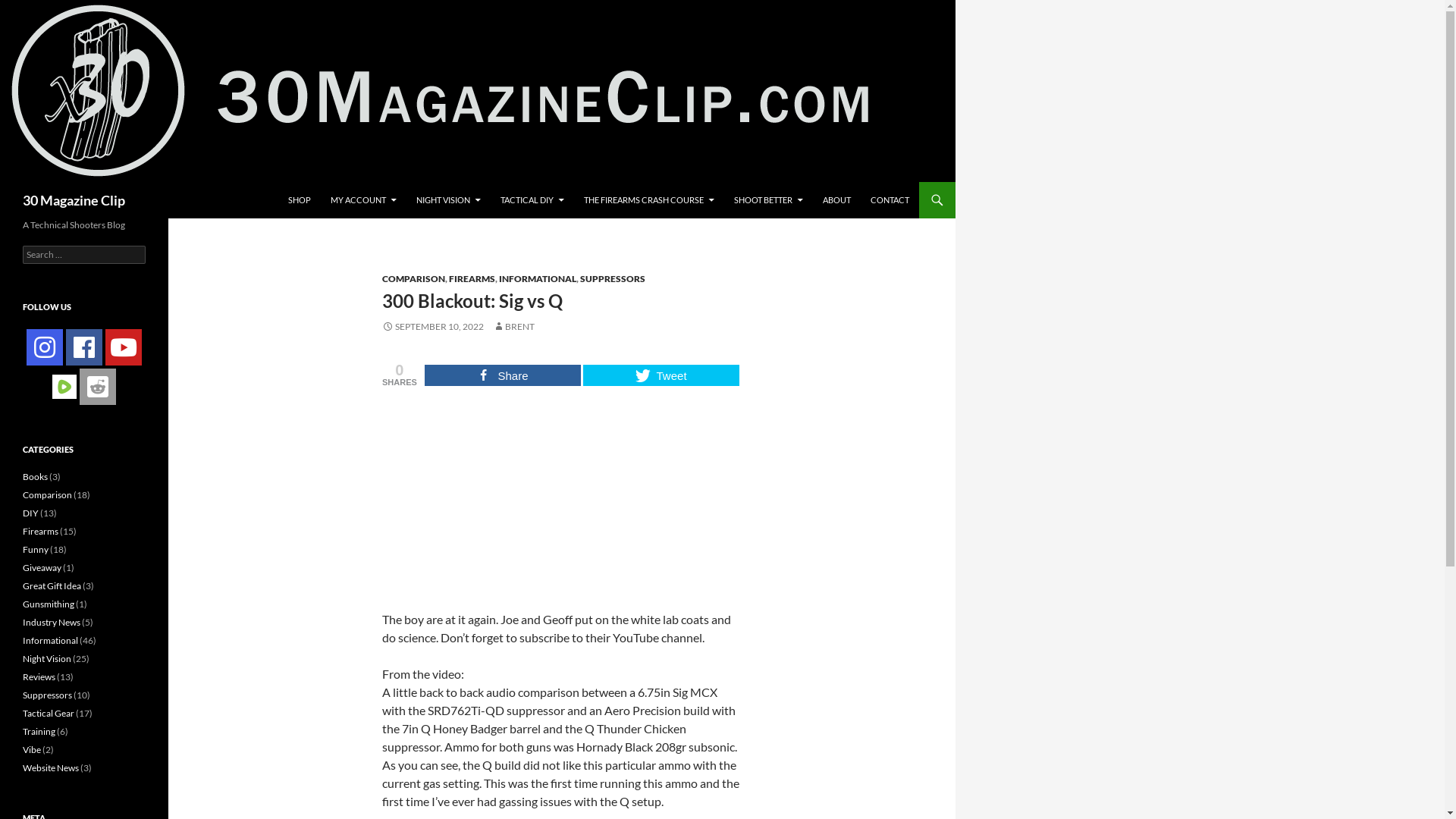 The height and width of the screenshot is (819, 1456). I want to click on 'ABOUT', so click(836, 199).